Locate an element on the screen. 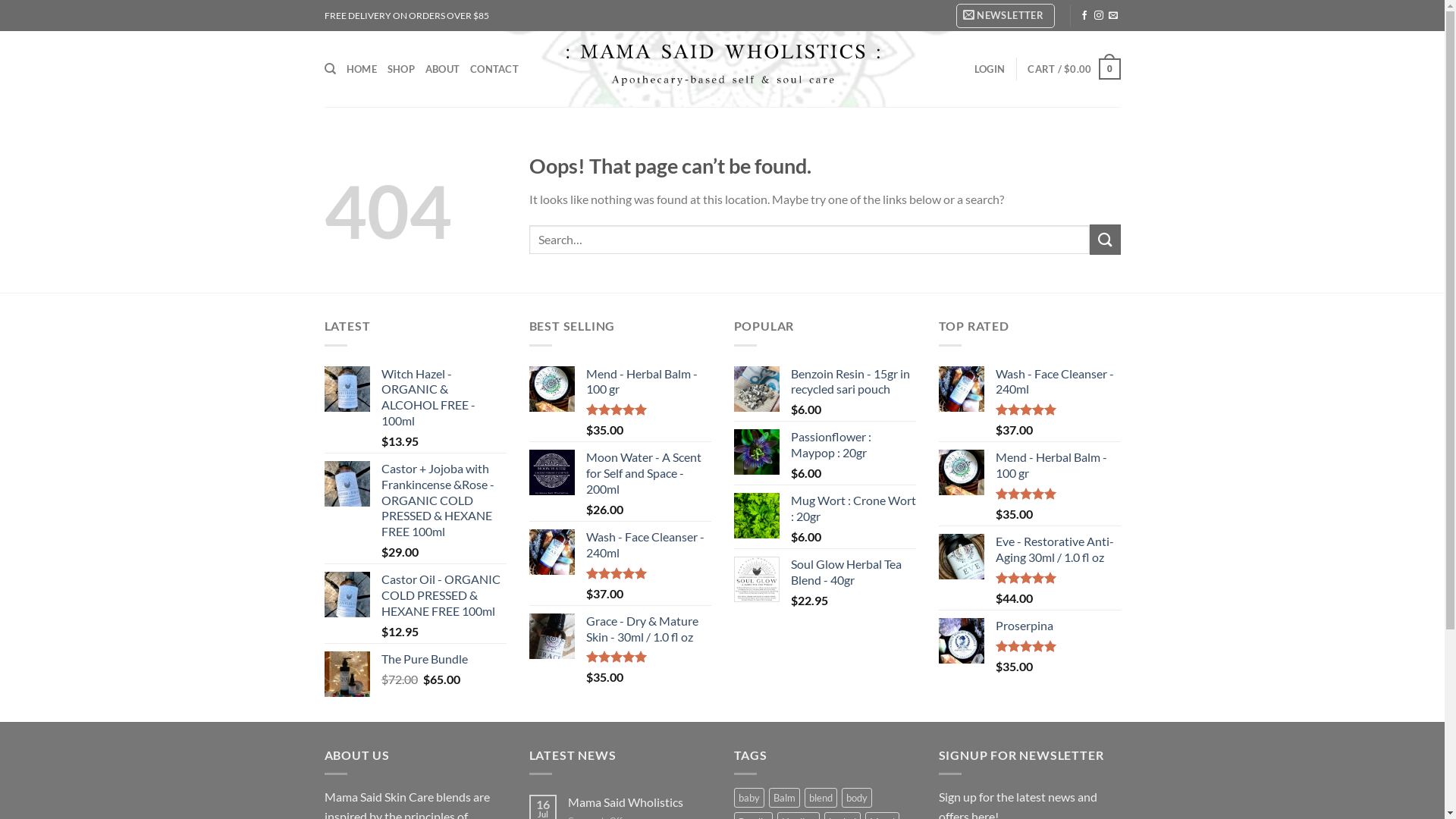  'Eve - Restorative Anti-Aging 30ml / 1.0 fl oz' is located at coordinates (994, 550).